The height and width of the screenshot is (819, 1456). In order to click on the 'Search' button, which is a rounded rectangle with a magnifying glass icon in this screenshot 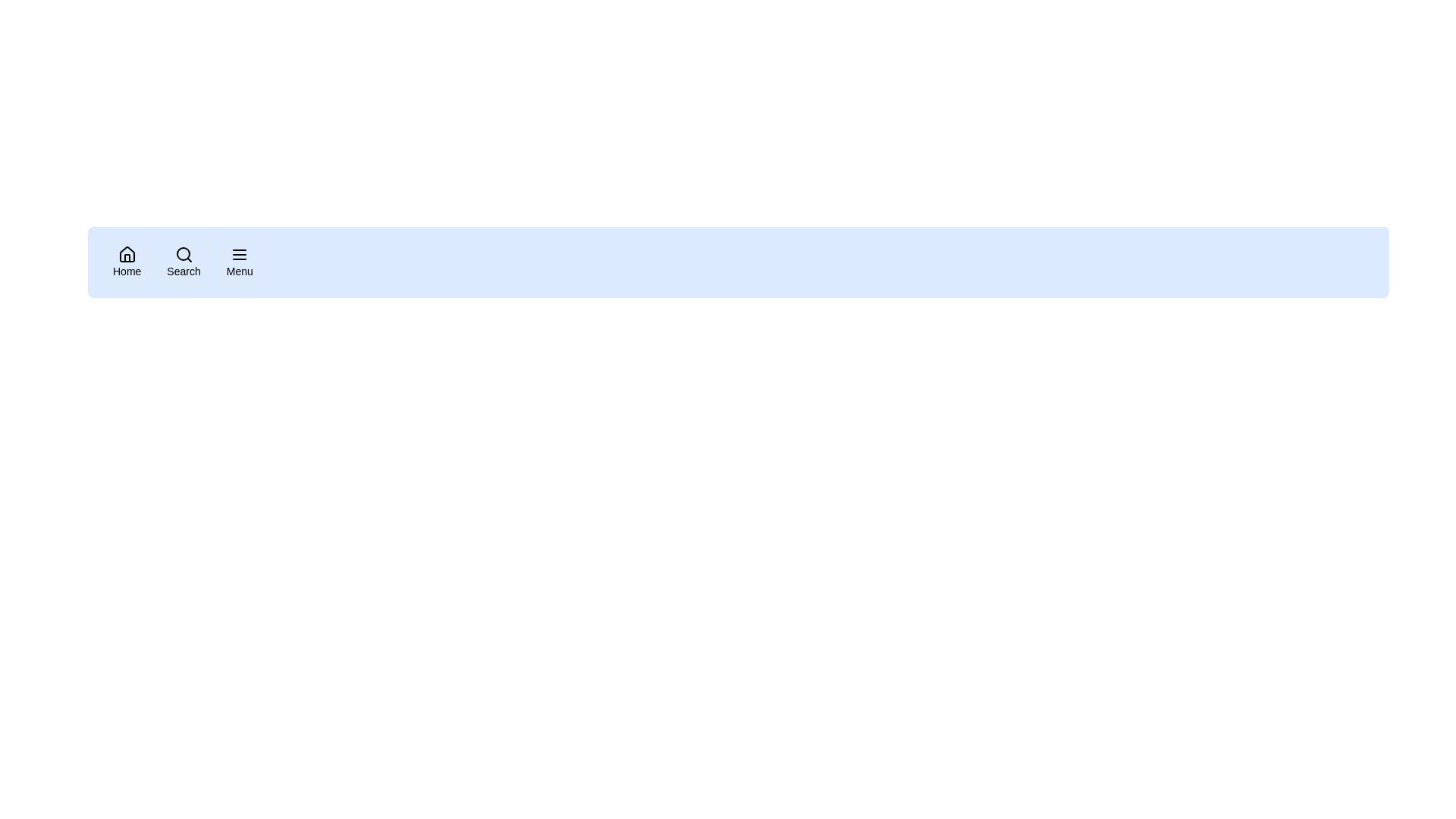, I will do `click(183, 262)`.